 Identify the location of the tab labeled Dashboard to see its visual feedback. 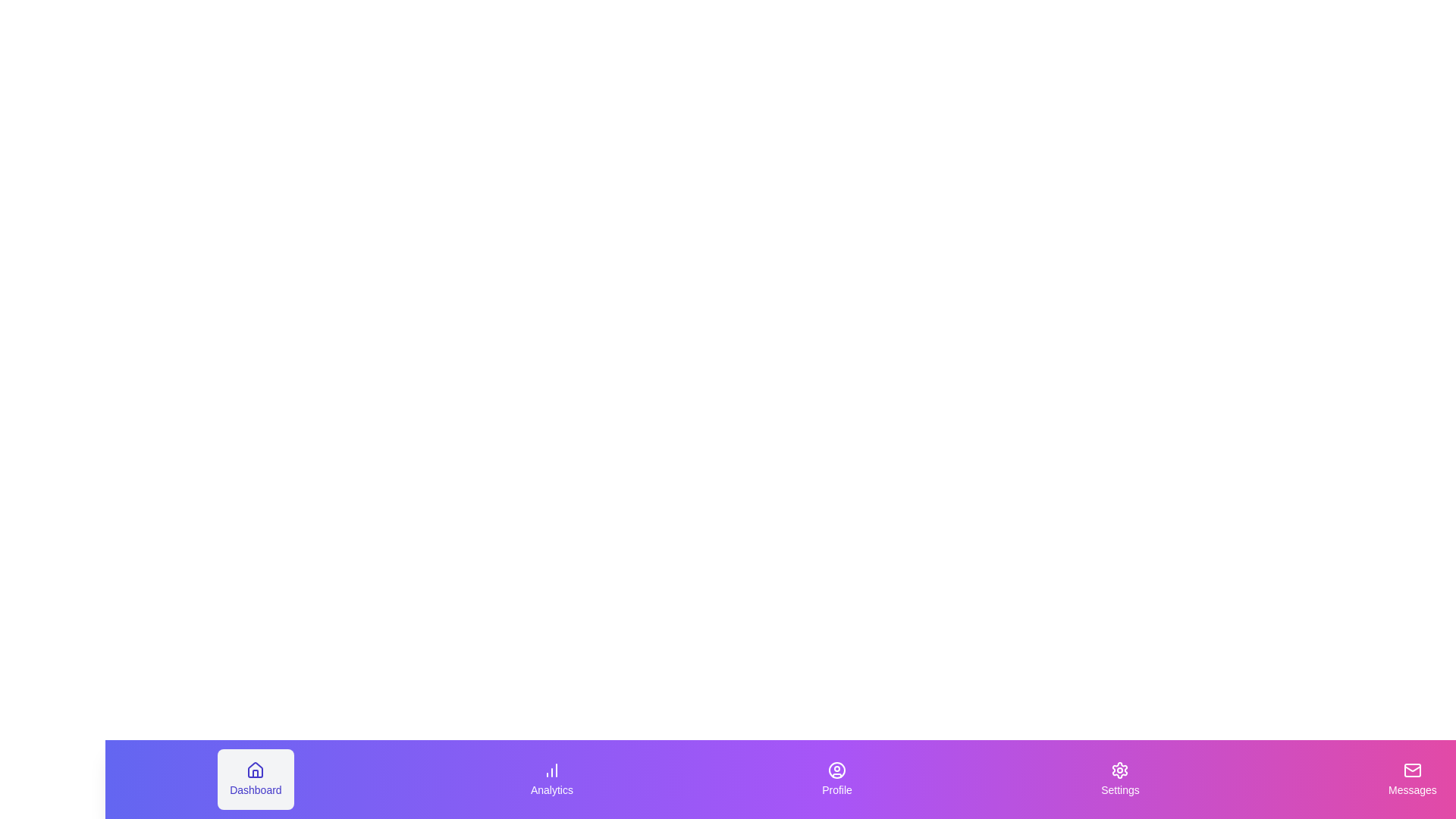
(255, 780).